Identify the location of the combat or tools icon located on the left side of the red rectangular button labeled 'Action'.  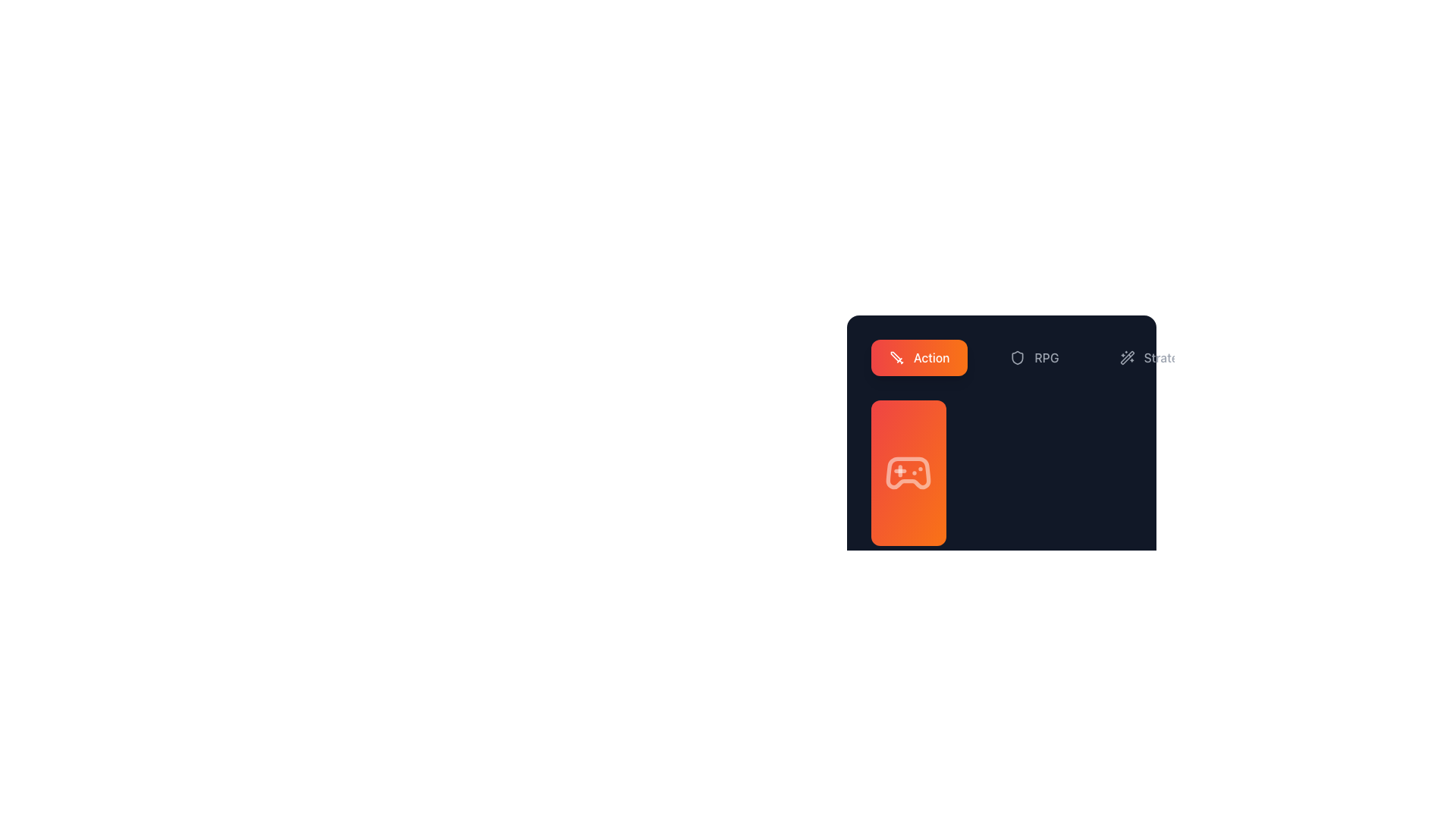
(896, 357).